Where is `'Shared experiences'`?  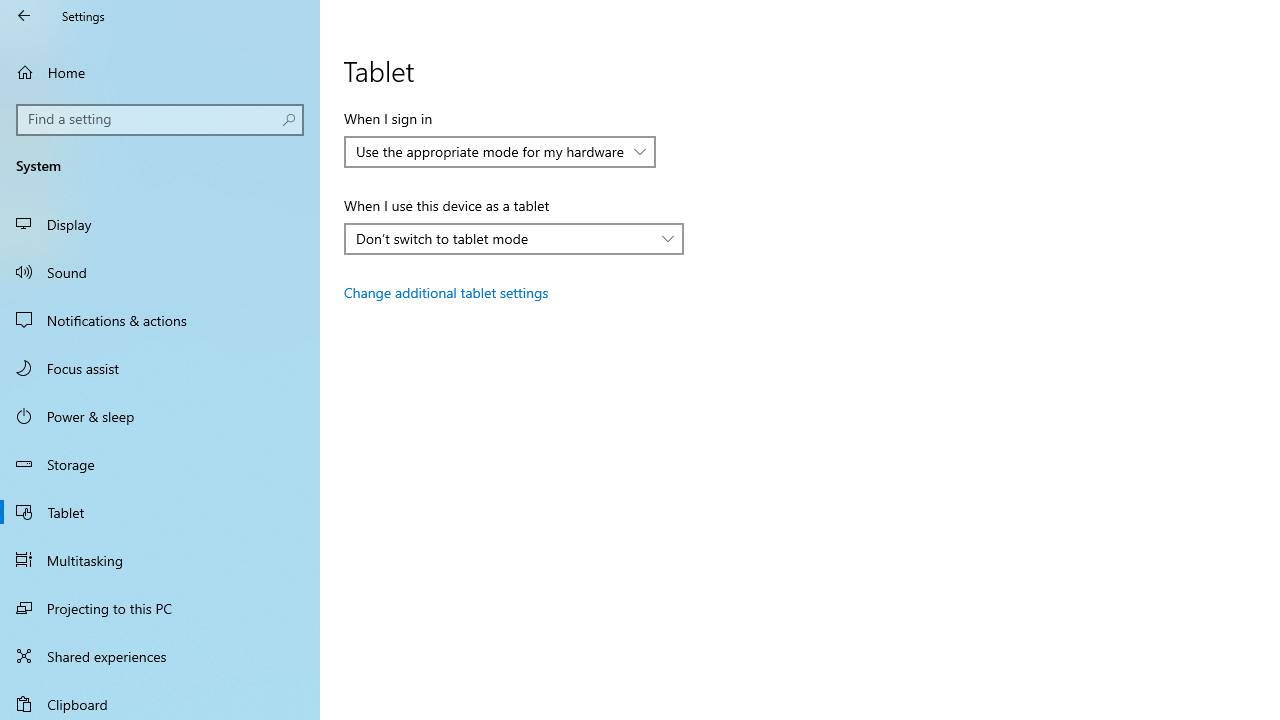 'Shared experiences' is located at coordinates (160, 655).